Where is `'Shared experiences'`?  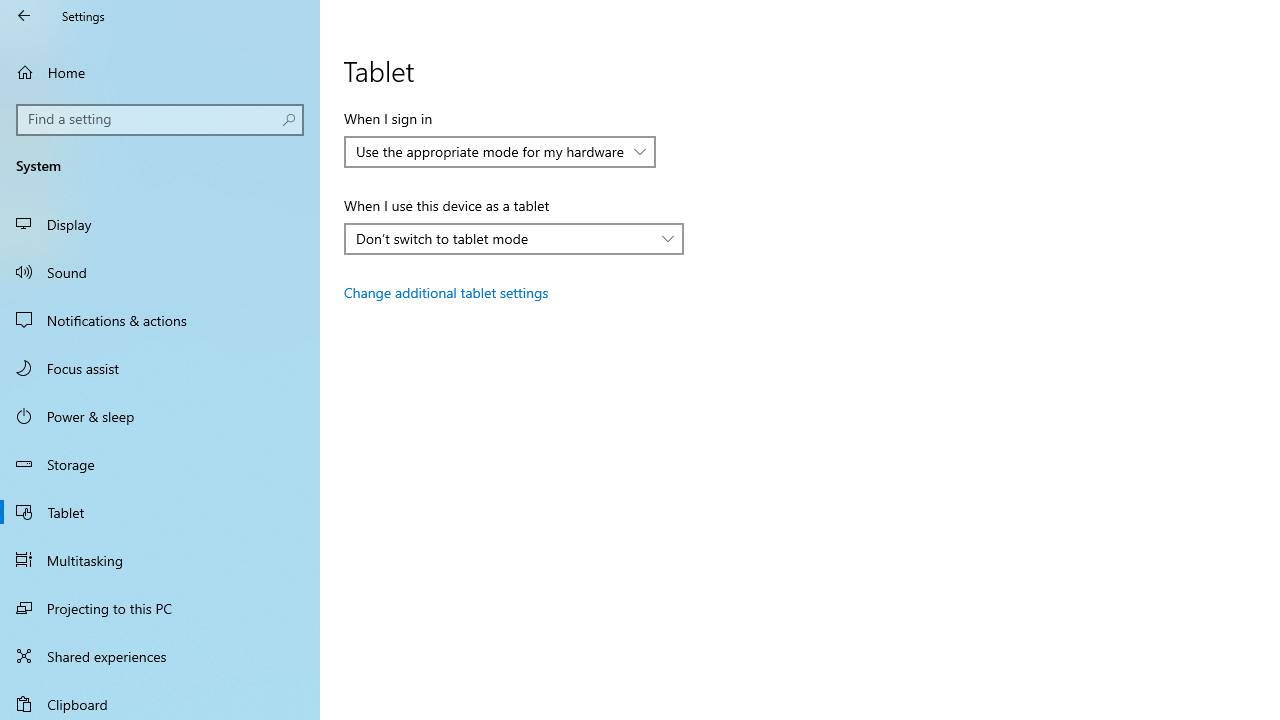 'Shared experiences' is located at coordinates (160, 655).